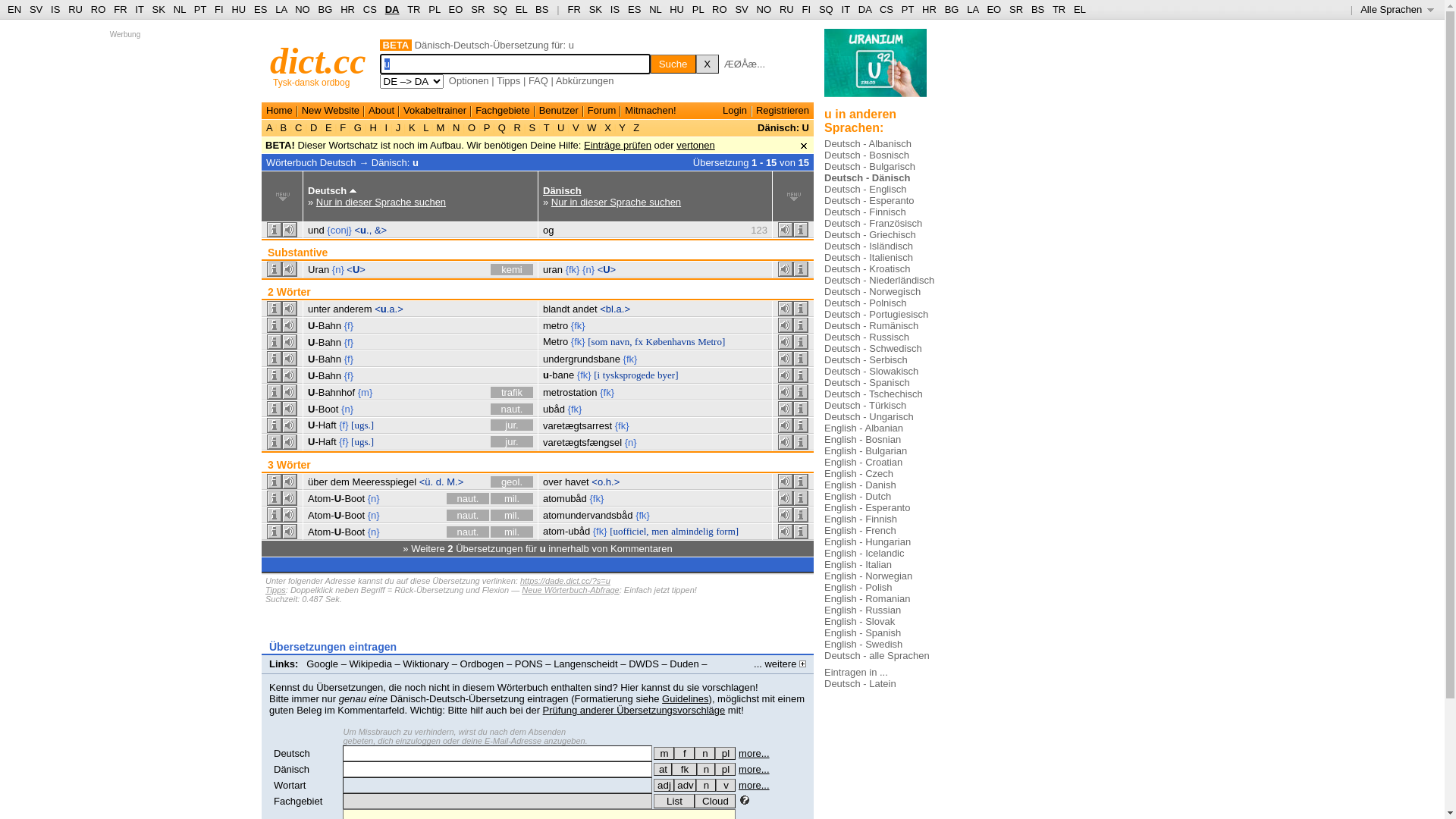 The image size is (1456, 819). I want to click on 'Deutsch - Bosnisch', so click(866, 155).